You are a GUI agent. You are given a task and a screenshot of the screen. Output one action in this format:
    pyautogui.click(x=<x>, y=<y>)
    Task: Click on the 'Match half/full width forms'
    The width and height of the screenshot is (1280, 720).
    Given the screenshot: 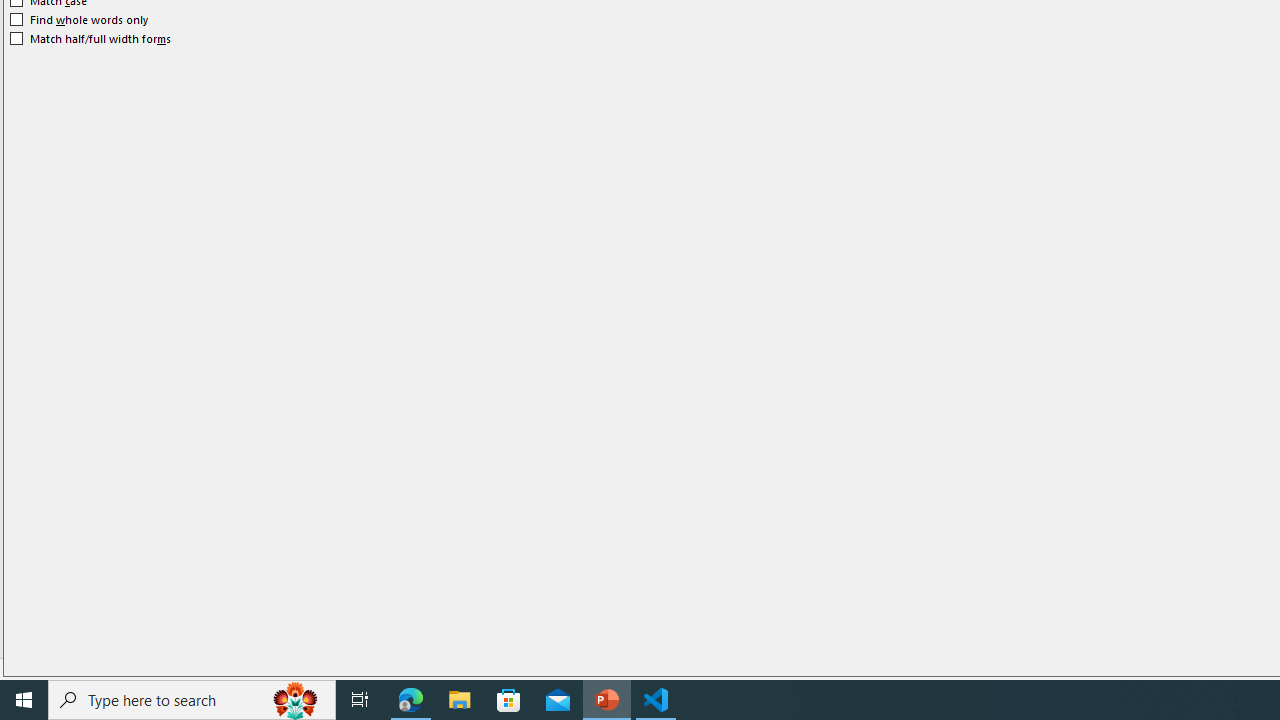 What is the action you would take?
    pyautogui.click(x=90, y=38)
    